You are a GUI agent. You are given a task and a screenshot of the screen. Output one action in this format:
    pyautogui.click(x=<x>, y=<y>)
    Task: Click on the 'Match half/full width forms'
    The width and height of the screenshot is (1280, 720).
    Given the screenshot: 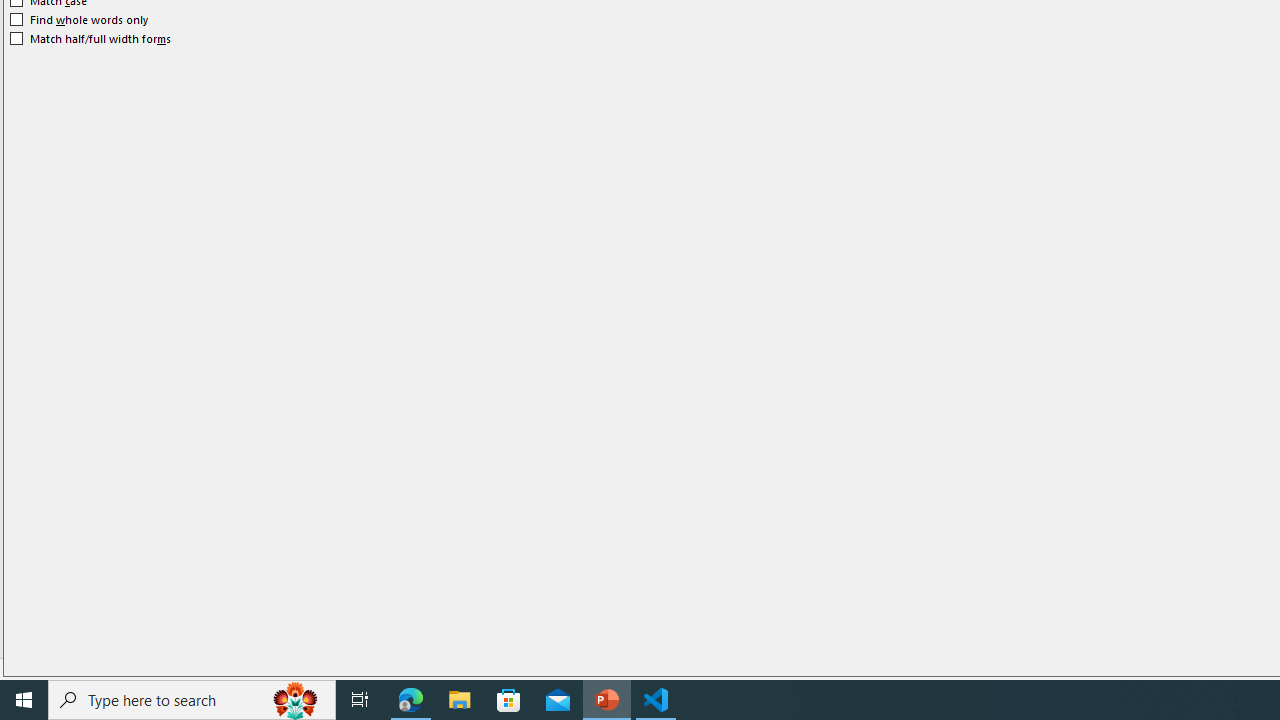 What is the action you would take?
    pyautogui.click(x=90, y=38)
    